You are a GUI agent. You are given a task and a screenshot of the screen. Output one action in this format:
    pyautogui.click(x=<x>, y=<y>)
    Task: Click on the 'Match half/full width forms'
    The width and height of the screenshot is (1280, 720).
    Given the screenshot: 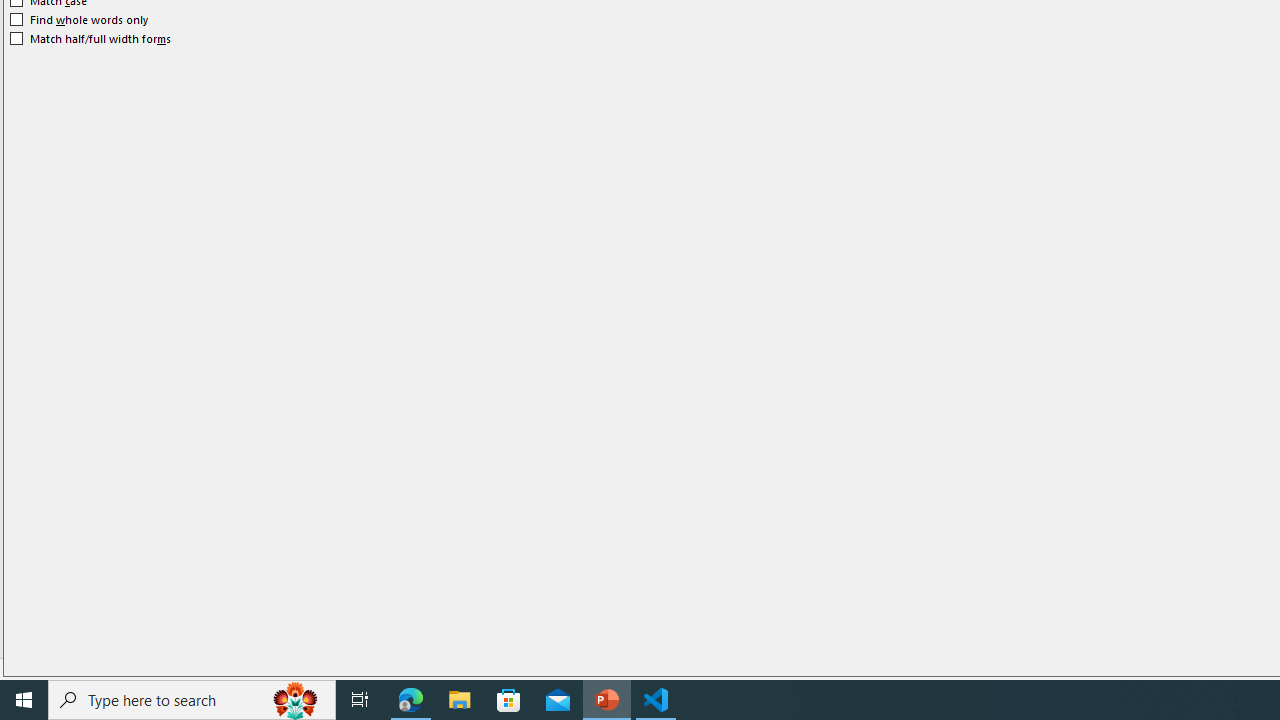 What is the action you would take?
    pyautogui.click(x=90, y=38)
    